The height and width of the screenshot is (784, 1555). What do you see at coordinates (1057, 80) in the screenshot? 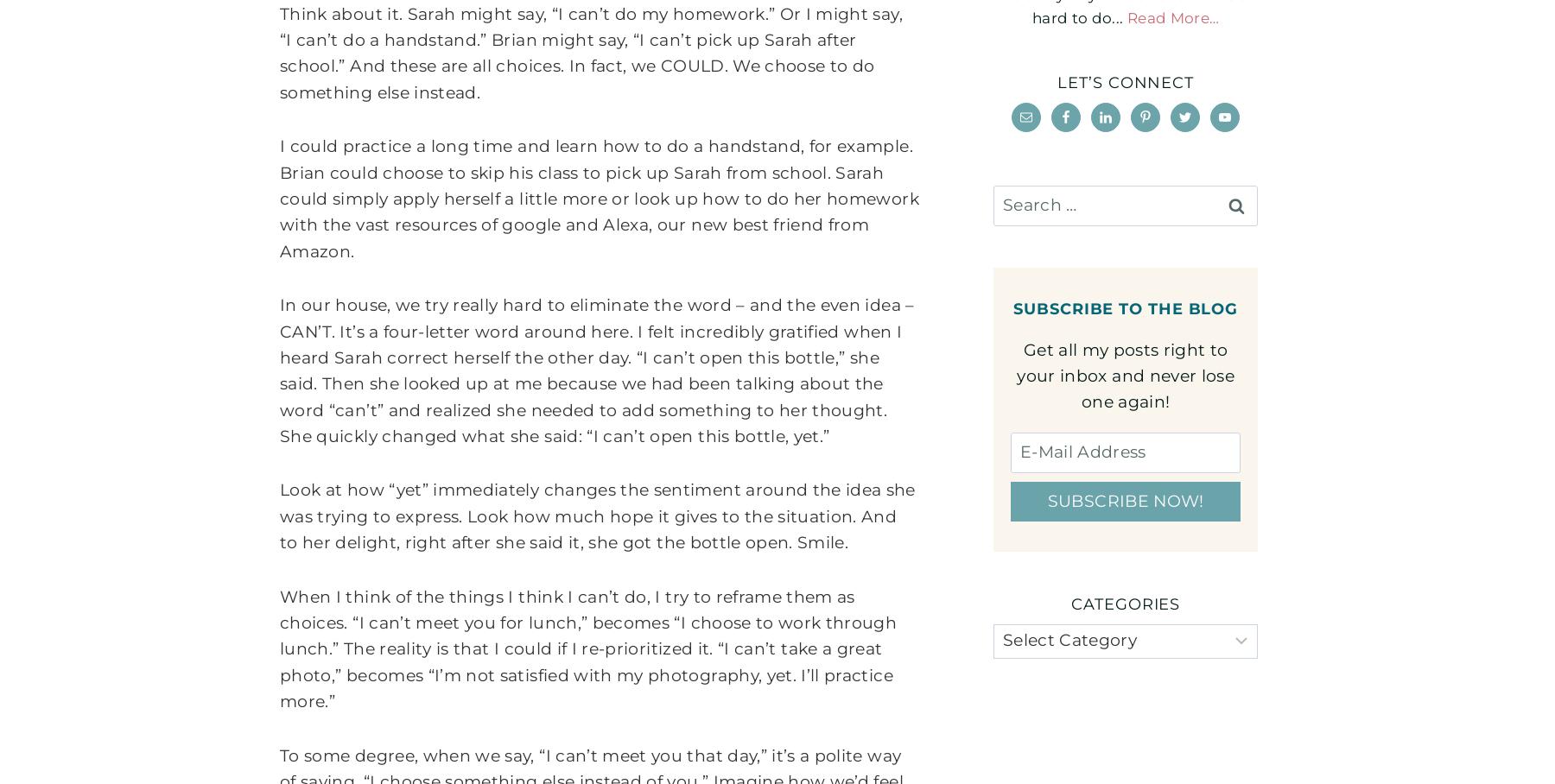
I see `'Let’s connect'` at bounding box center [1057, 80].